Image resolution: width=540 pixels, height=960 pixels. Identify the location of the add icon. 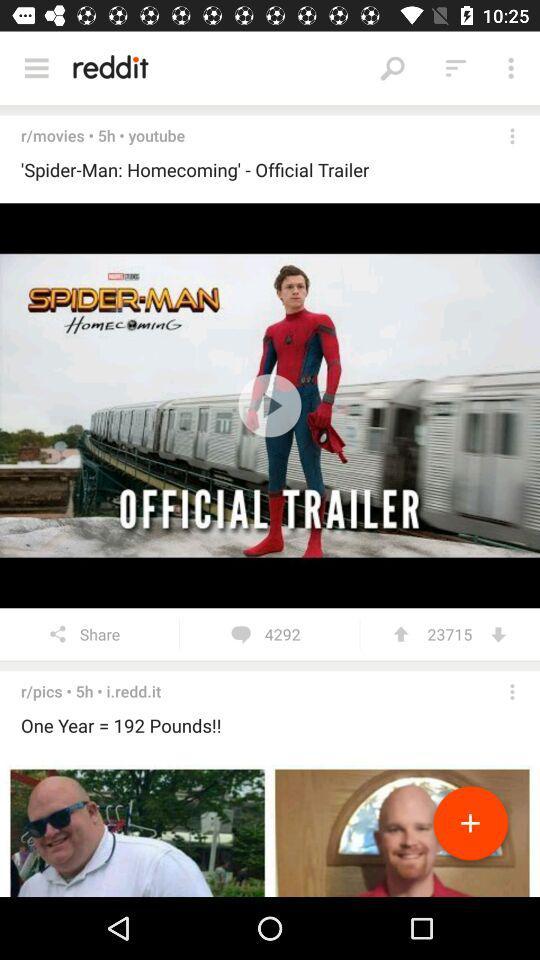
(470, 827).